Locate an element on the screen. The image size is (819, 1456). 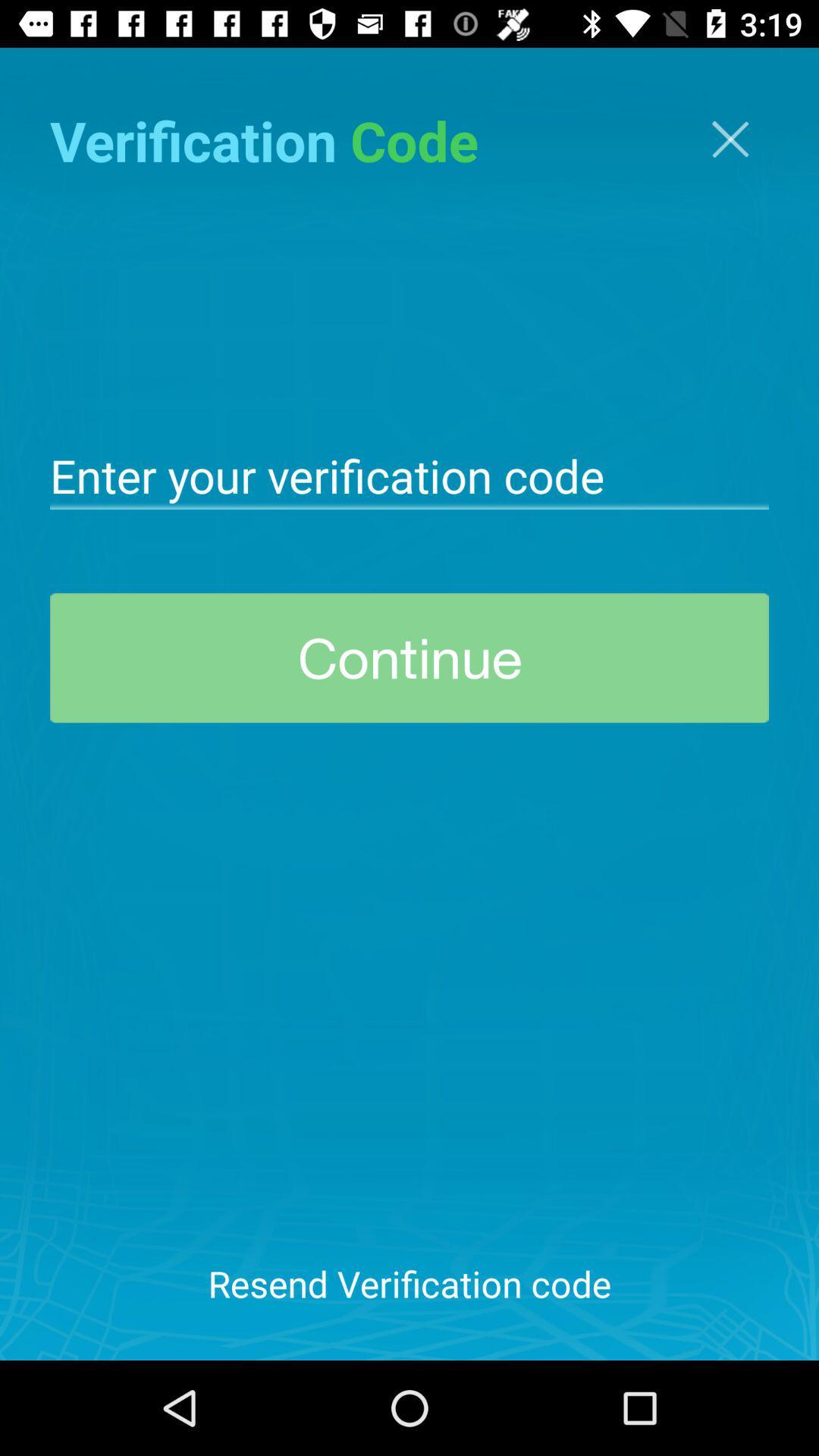
screen is located at coordinates (730, 139).